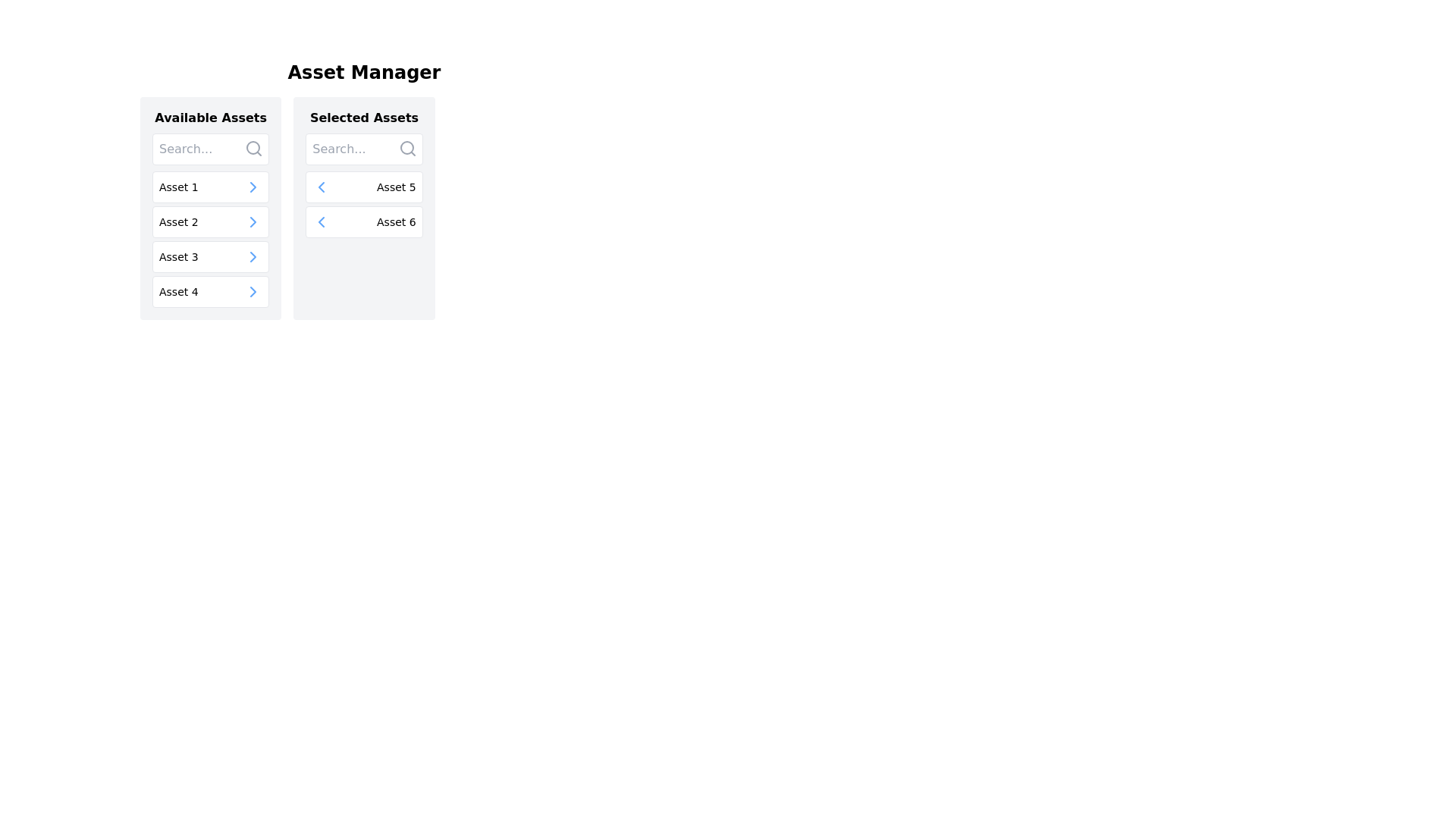 The image size is (1456, 819). I want to click on the bright right-pointing chevron icon located to the right of the text 'Asset 4' in the 'Available Assets' panel, so click(253, 292).